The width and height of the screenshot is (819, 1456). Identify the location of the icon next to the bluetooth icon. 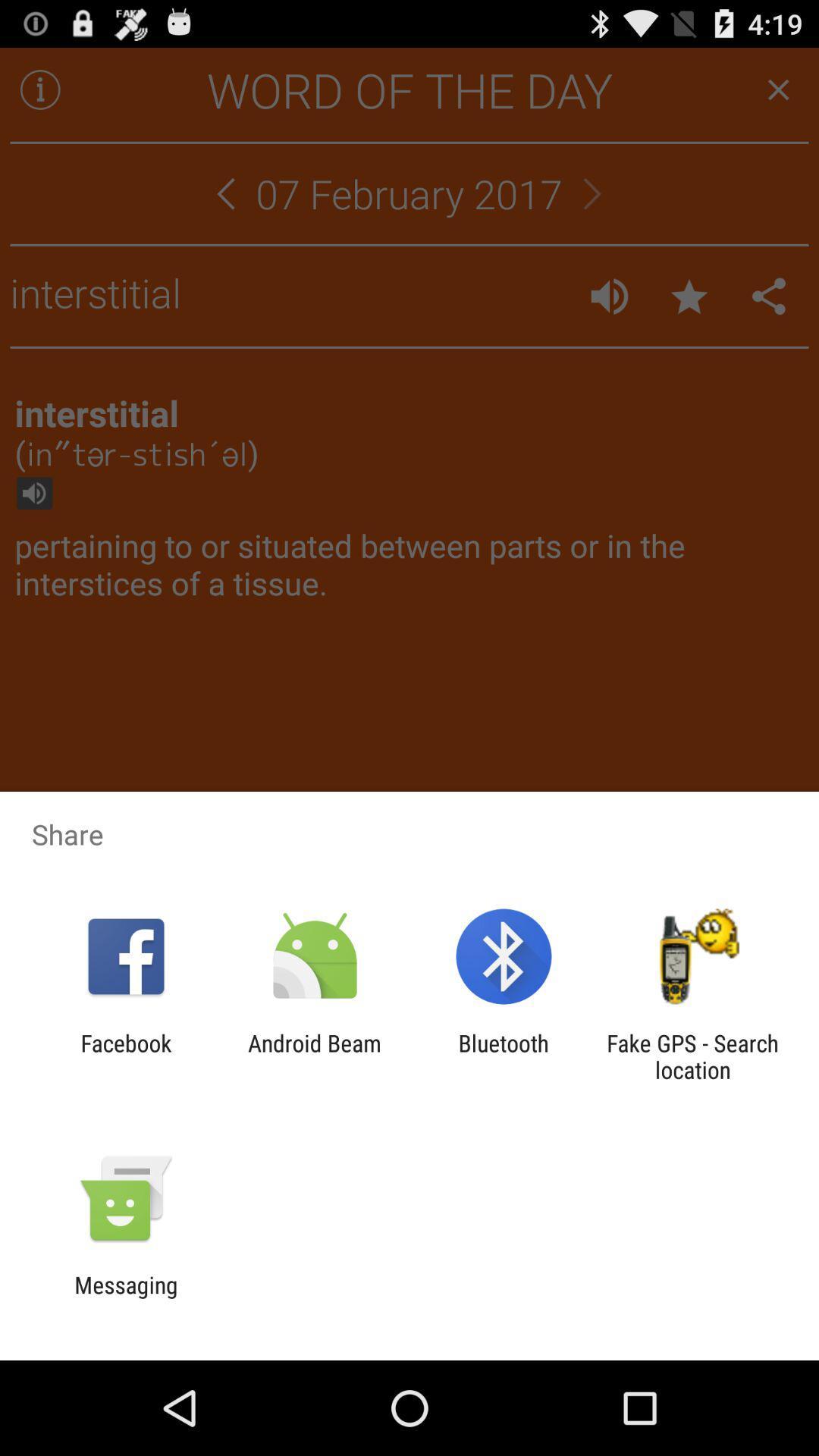
(314, 1056).